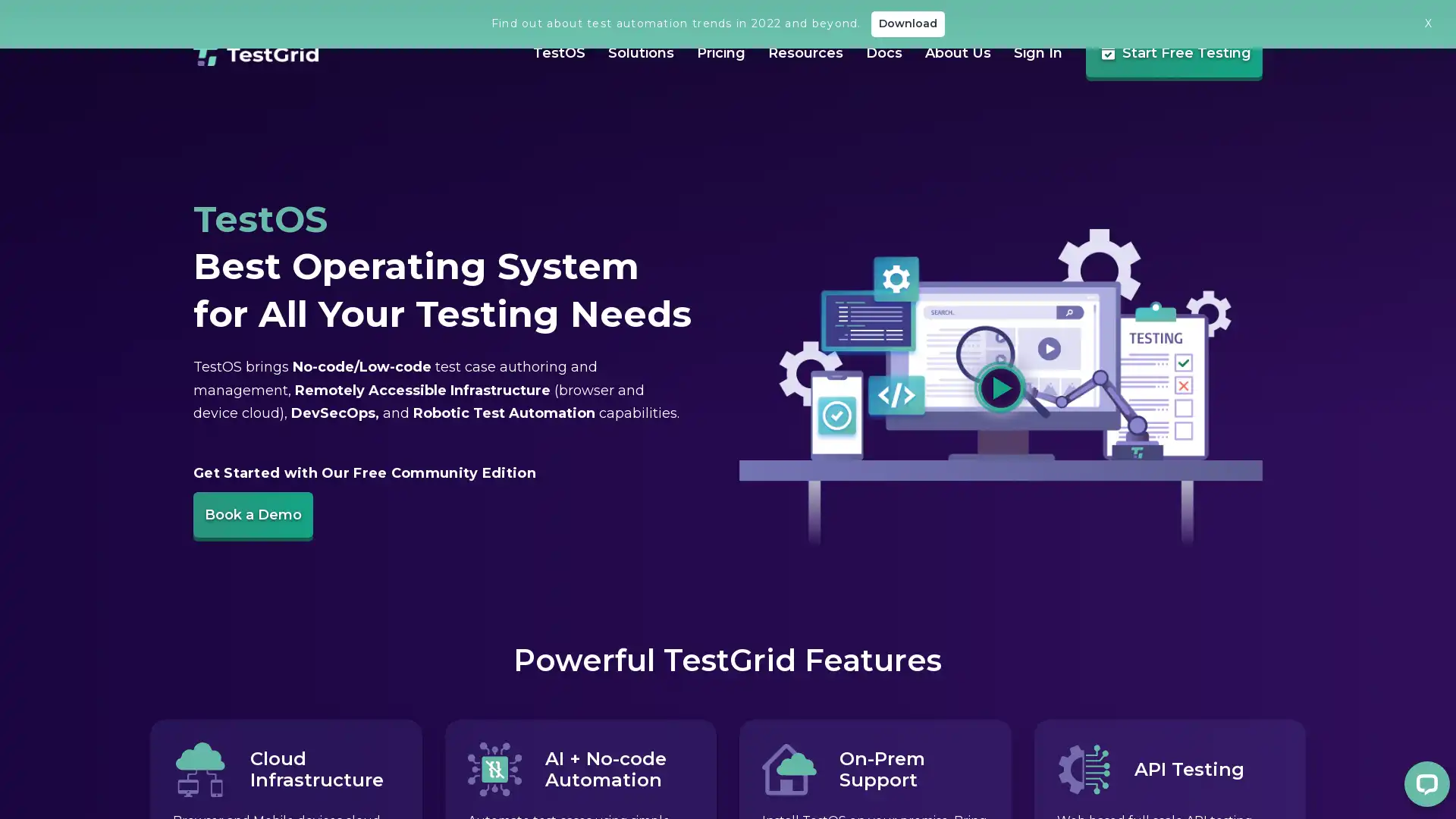 The image size is (1456, 819). What do you see at coordinates (868, 96) in the screenshot?
I see `Docs` at bounding box center [868, 96].